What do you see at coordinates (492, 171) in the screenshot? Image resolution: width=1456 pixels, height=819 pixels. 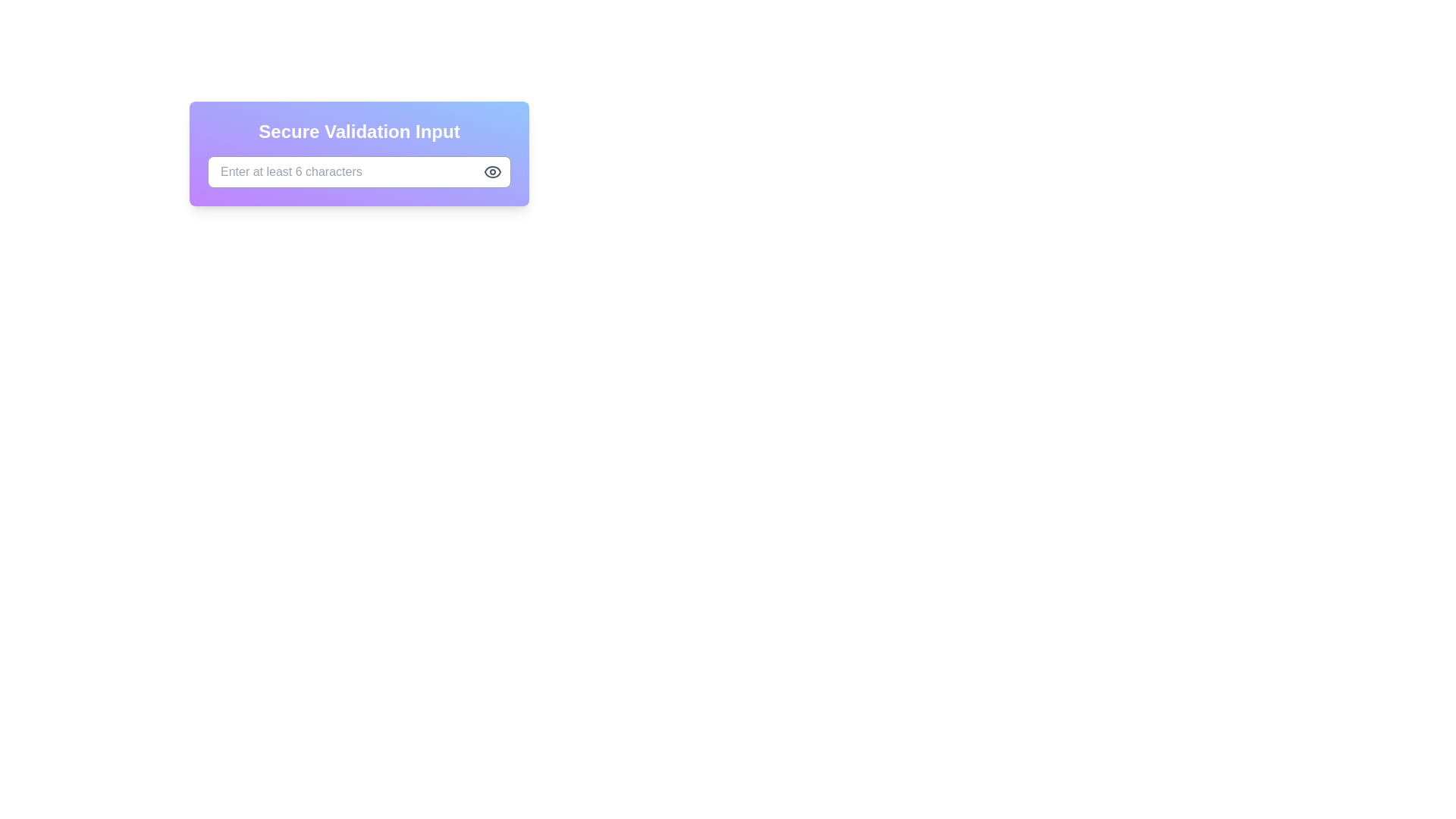 I see `the eye icon button on the far right-hand side of the 'Secure Validation Input' field` at bounding box center [492, 171].